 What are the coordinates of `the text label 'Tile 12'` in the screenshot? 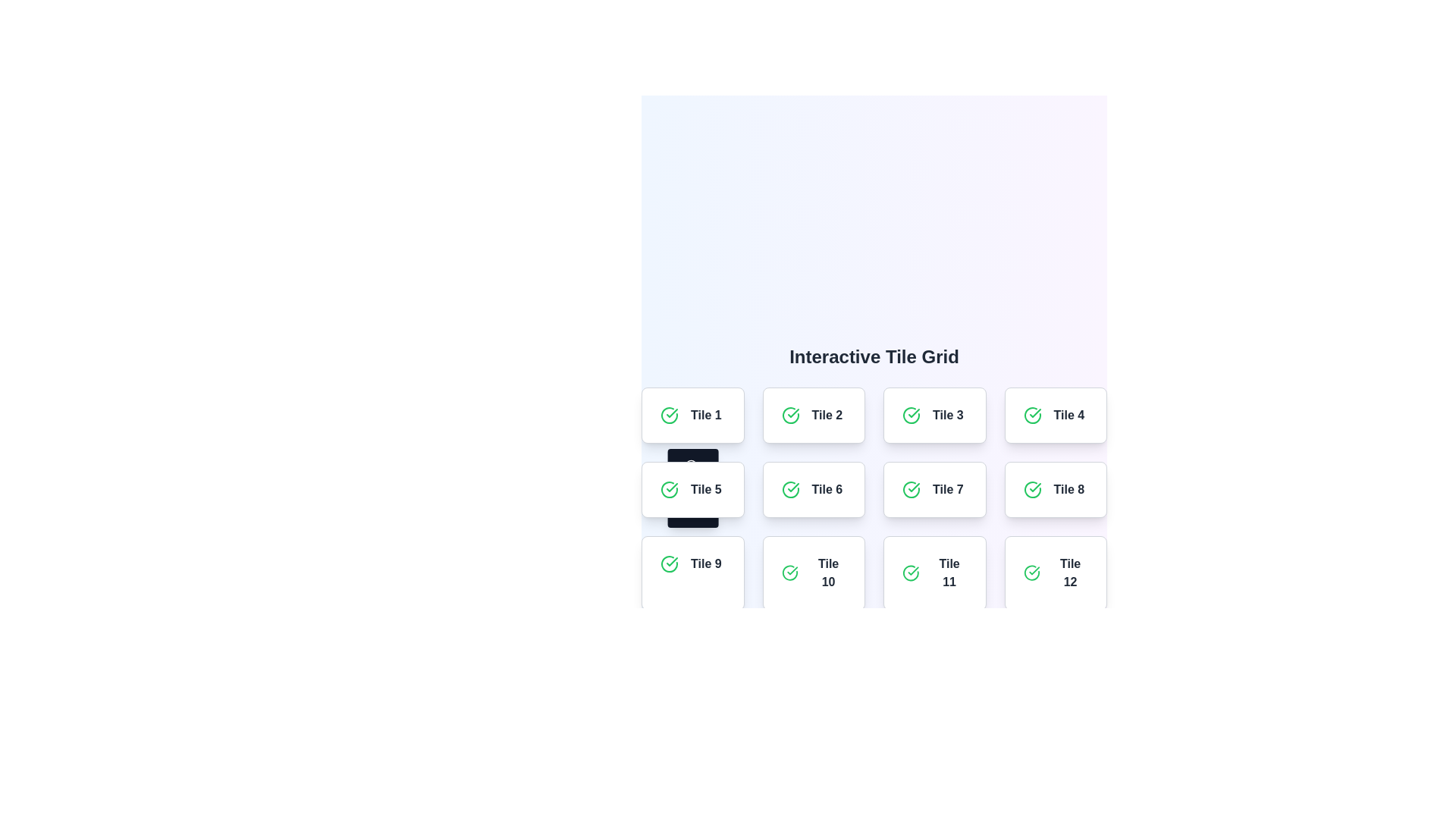 It's located at (1069, 573).